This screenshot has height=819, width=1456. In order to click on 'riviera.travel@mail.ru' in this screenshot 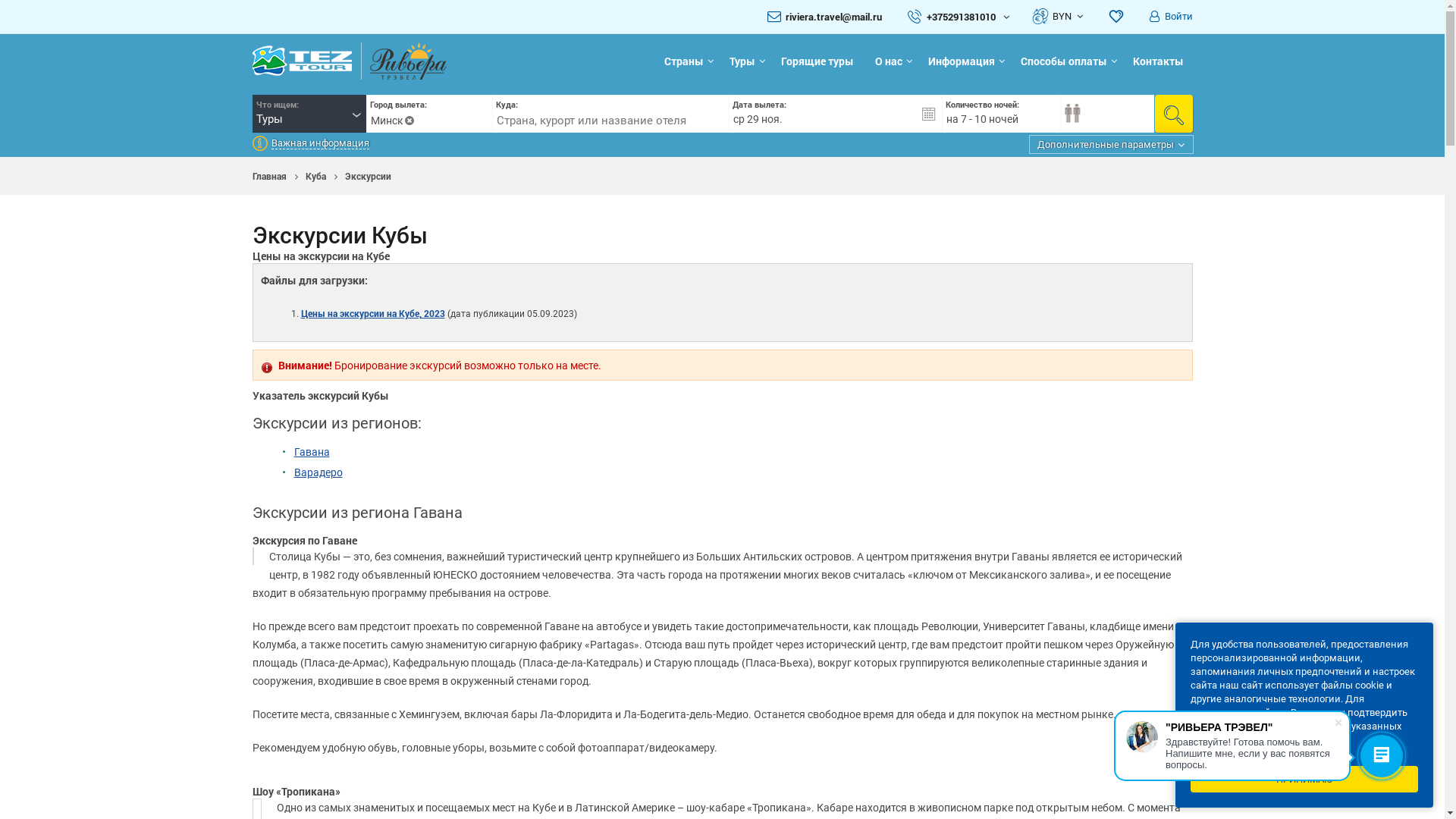, I will do `click(833, 17)`.